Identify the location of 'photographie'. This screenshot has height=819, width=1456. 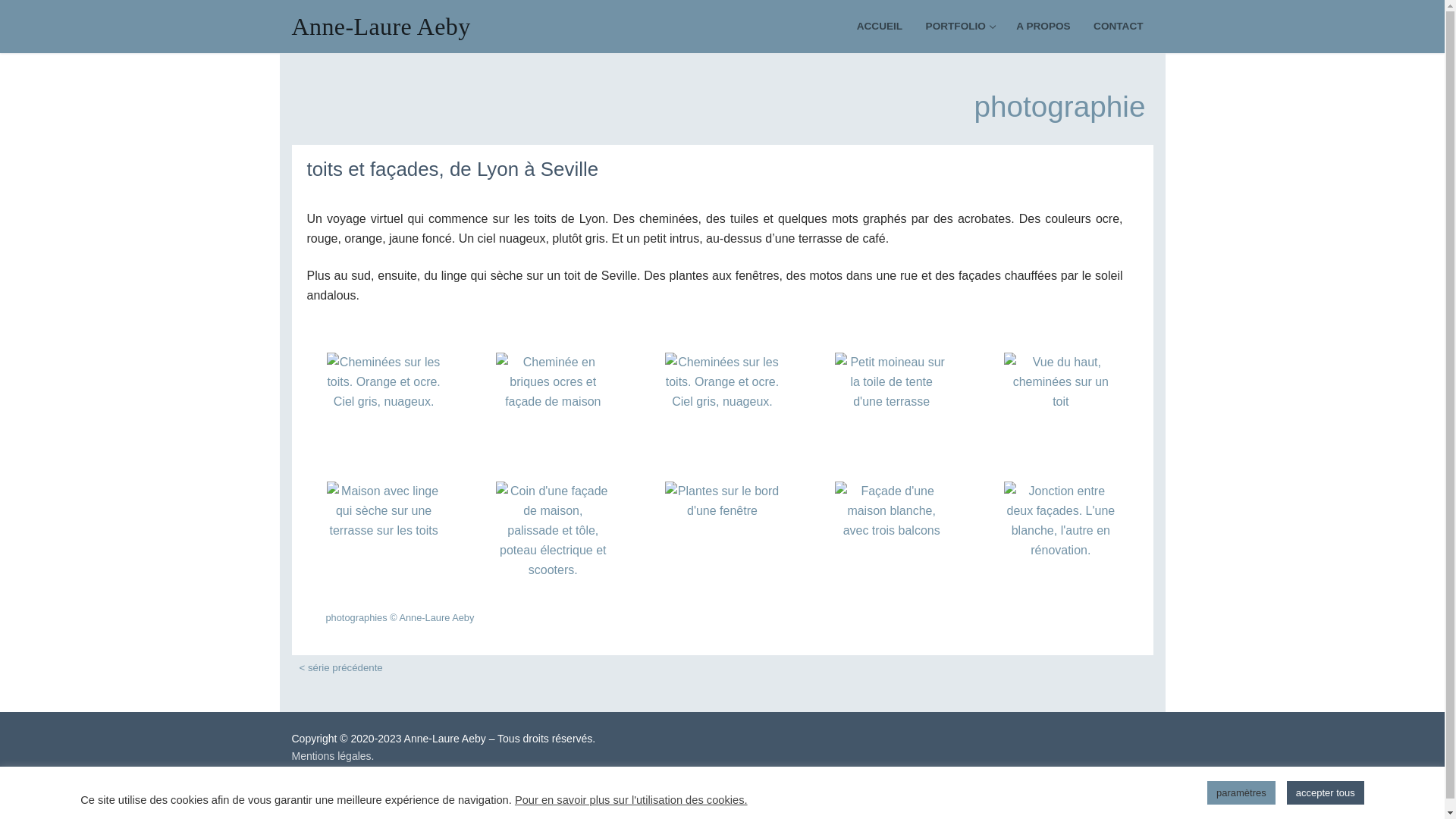
(1058, 105).